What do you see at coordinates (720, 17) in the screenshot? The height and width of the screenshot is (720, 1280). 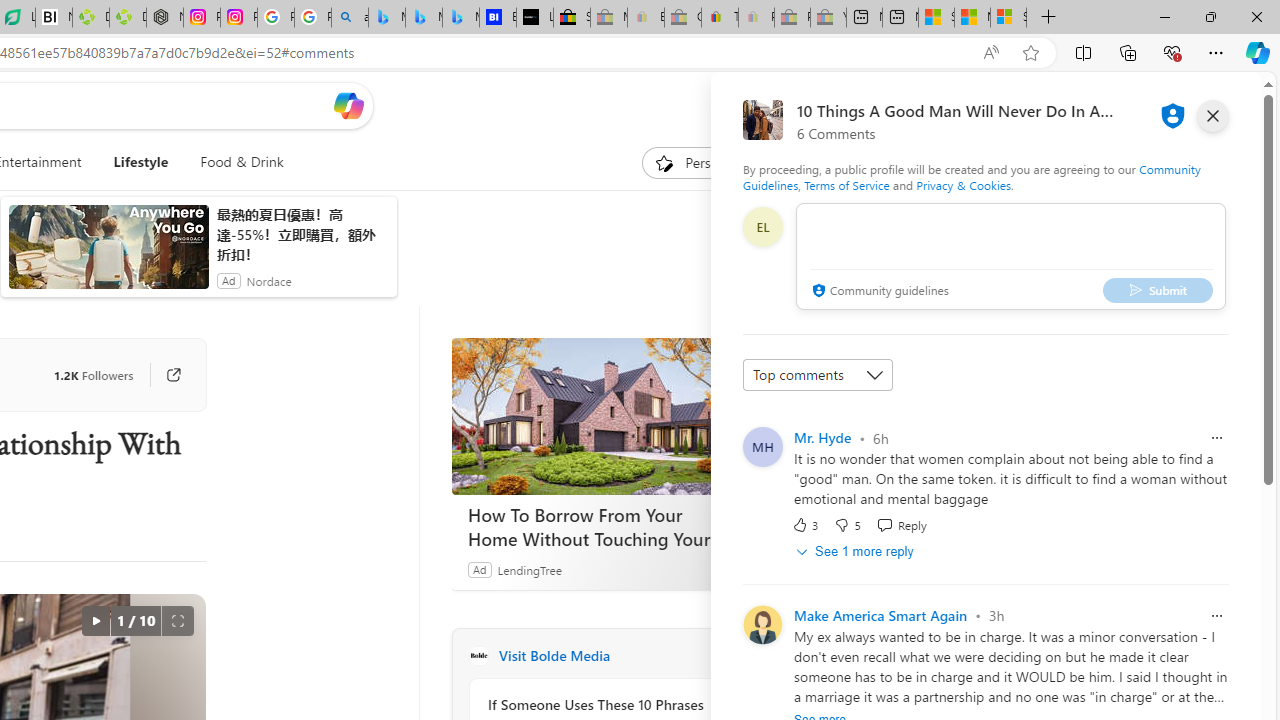 I see `'Threats and offensive language policy | eBay'` at bounding box center [720, 17].